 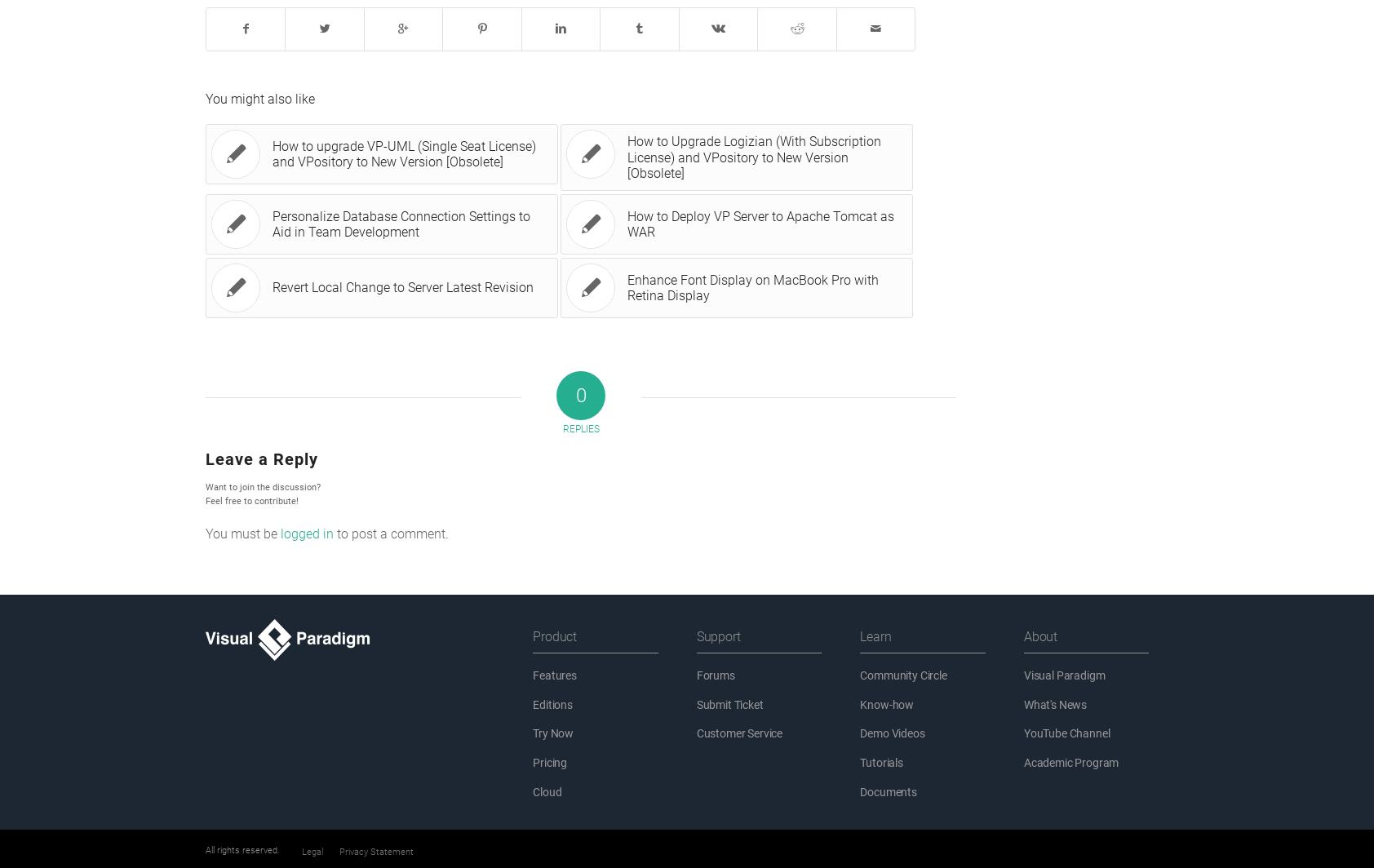 I want to click on 'About', so click(x=1039, y=636).